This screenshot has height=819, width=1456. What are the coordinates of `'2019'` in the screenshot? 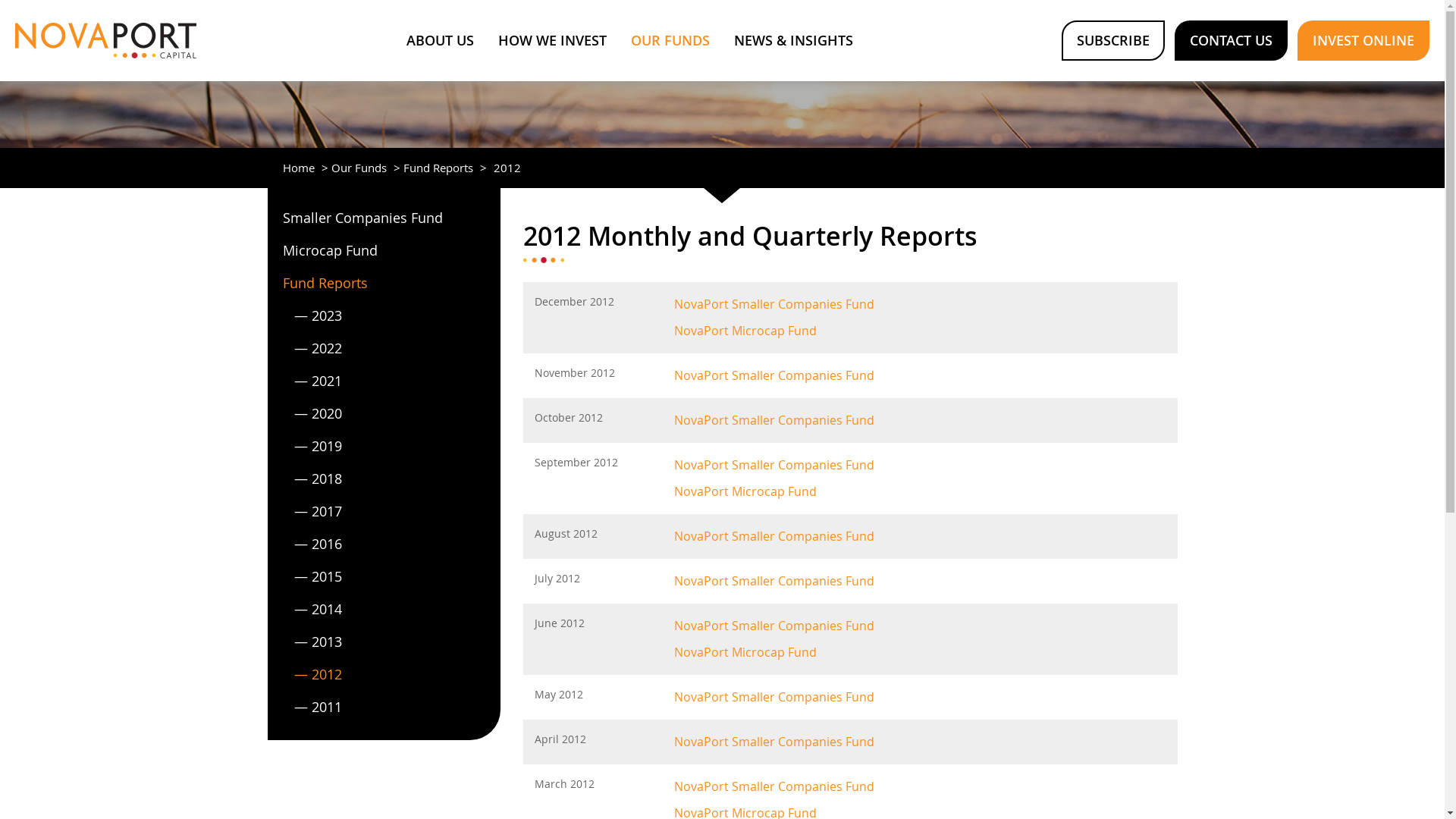 It's located at (383, 441).